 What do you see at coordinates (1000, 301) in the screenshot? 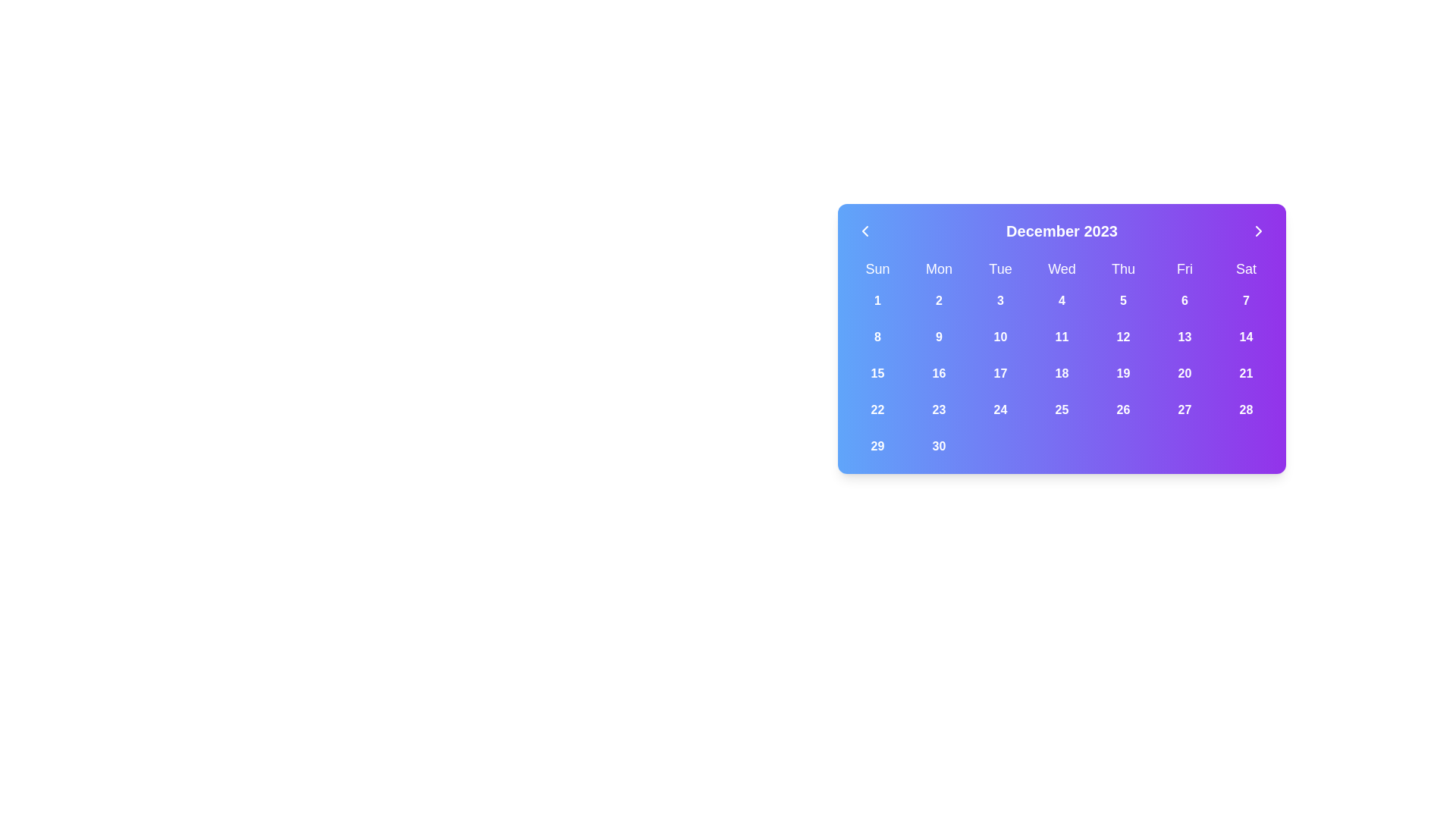
I see `the small, rounded rectangular button with a purple background displaying the text '3'` at bounding box center [1000, 301].